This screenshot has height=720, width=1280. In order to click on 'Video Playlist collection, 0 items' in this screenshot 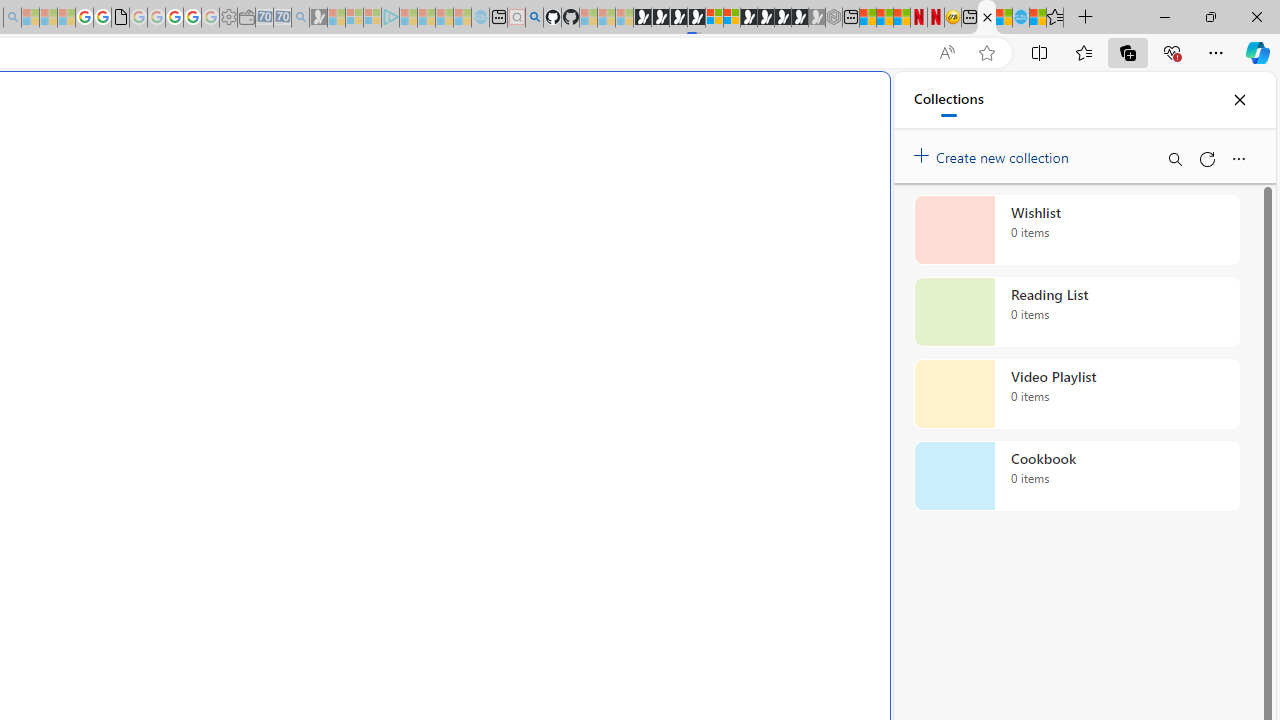, I will do `click(1076, 394)`.